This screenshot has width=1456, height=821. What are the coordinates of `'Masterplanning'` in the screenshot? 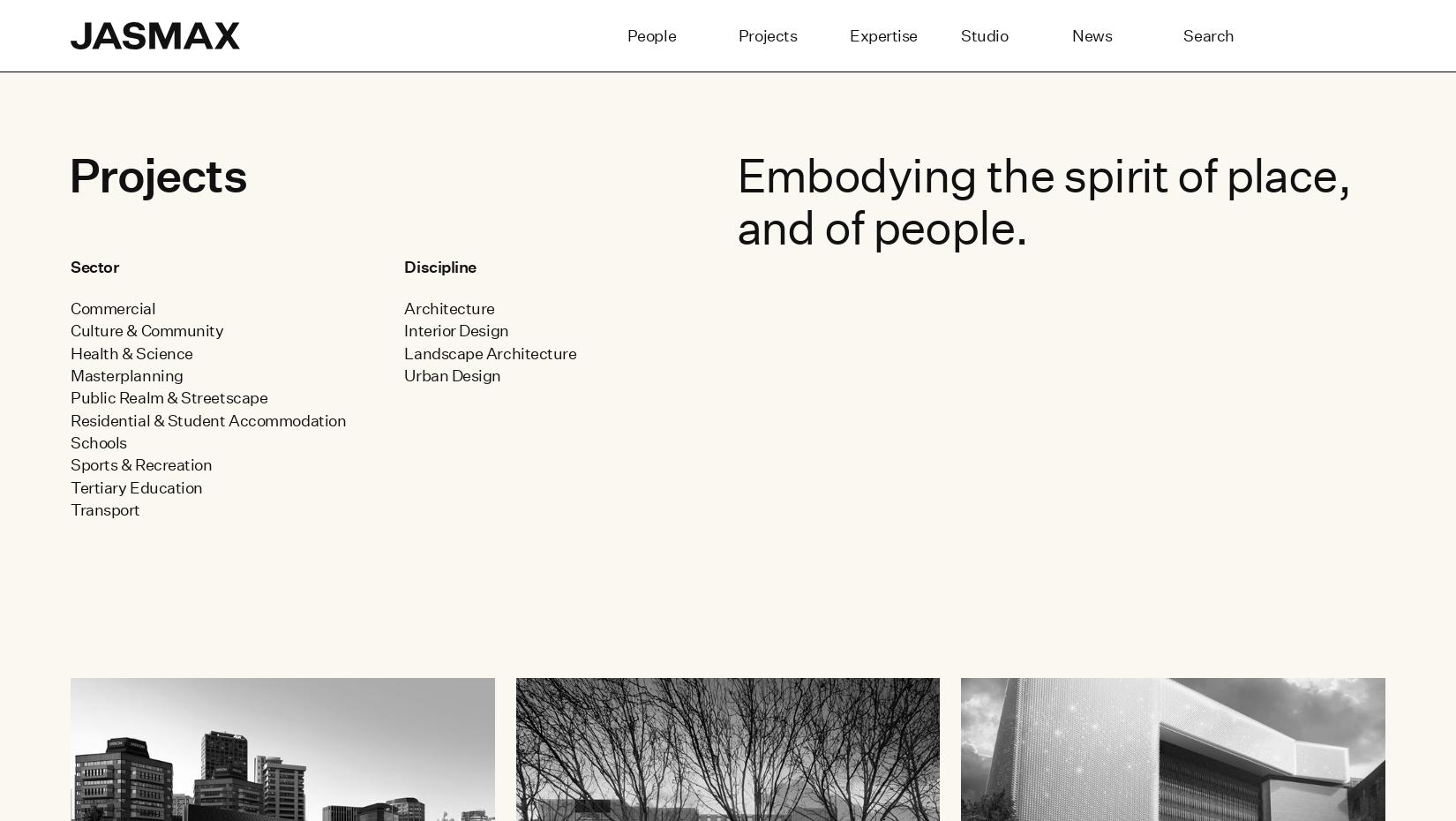 It's located at (126, 375).